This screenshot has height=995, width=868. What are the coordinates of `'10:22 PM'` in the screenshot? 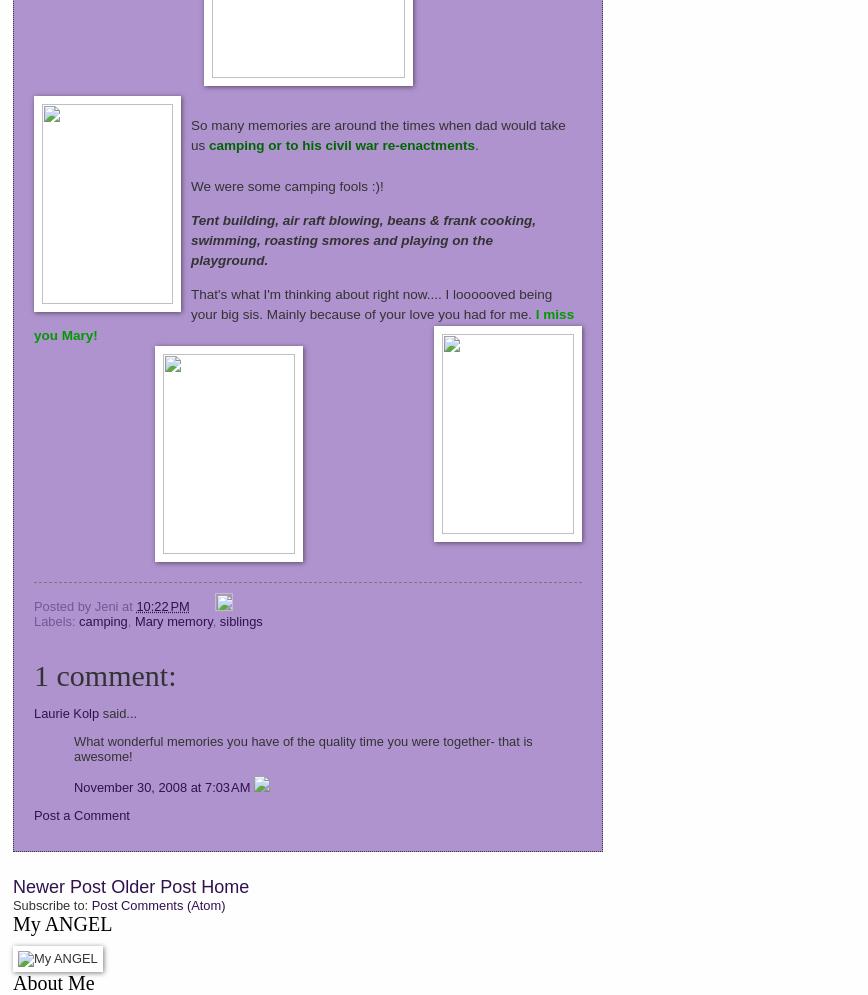 It's located at (162, 604).